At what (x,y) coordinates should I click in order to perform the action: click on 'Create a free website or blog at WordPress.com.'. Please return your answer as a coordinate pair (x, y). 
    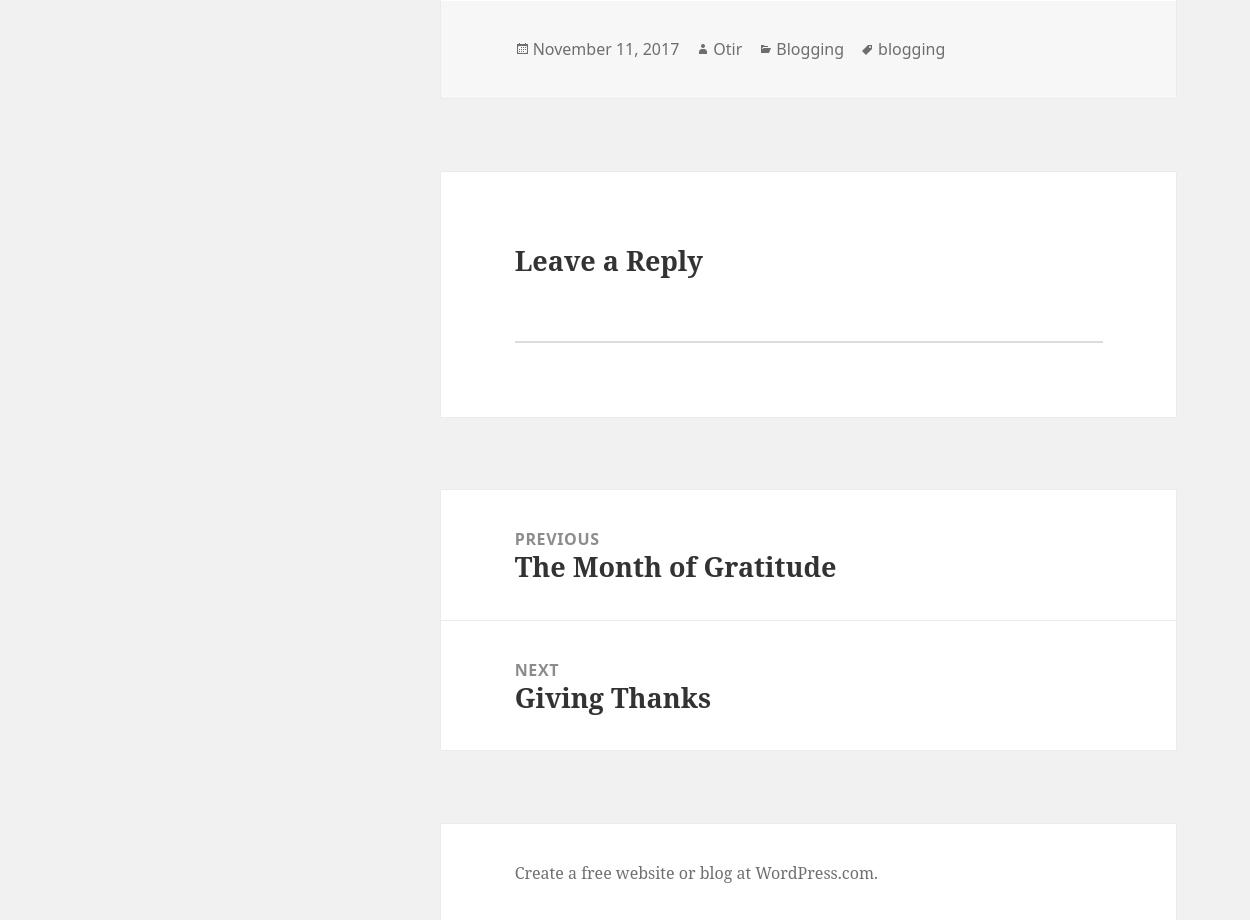
    Looking at the image, I should click on (695, 870).